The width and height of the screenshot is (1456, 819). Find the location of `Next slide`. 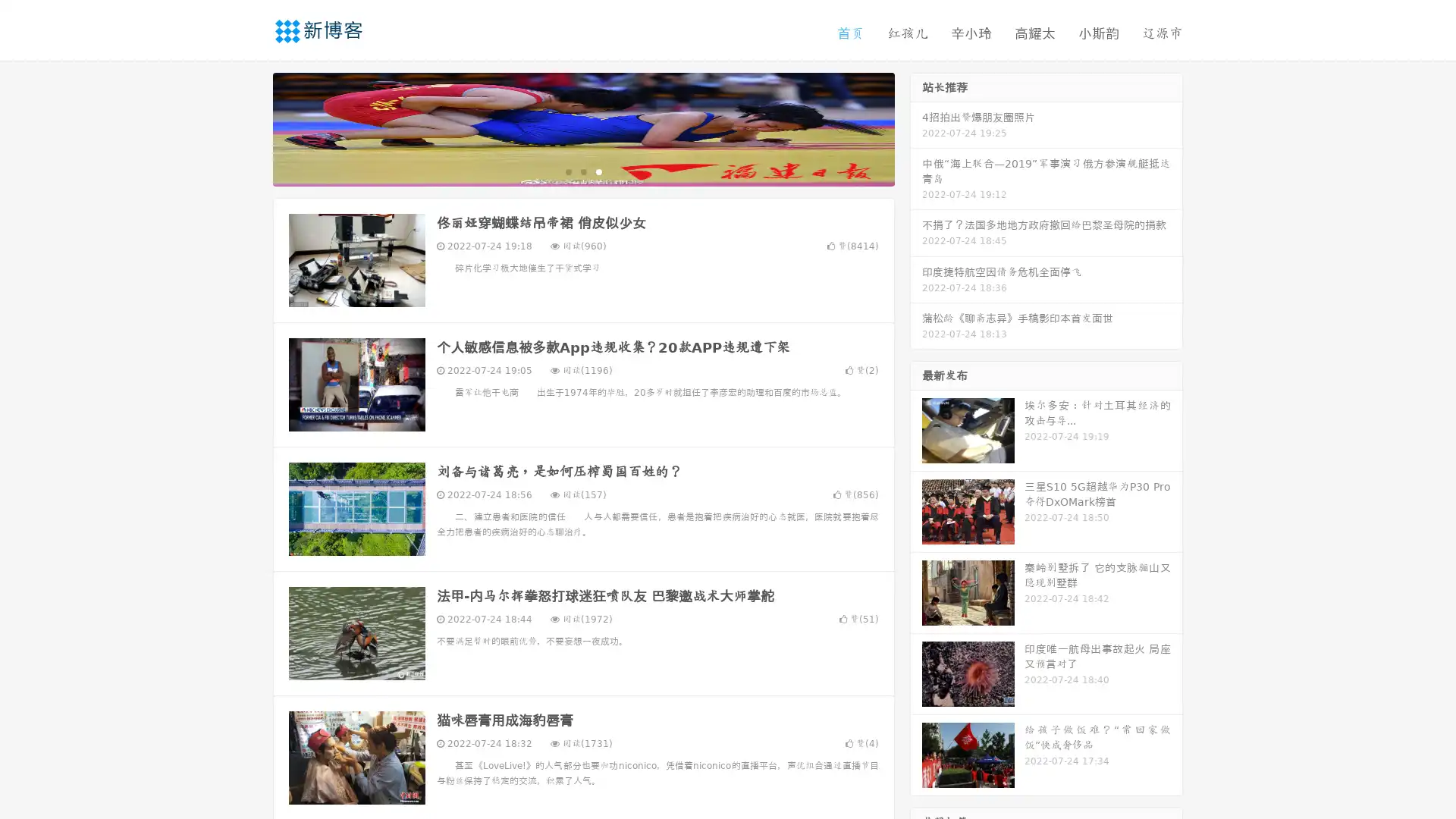

Next slide is located at coordinates (916, 127).